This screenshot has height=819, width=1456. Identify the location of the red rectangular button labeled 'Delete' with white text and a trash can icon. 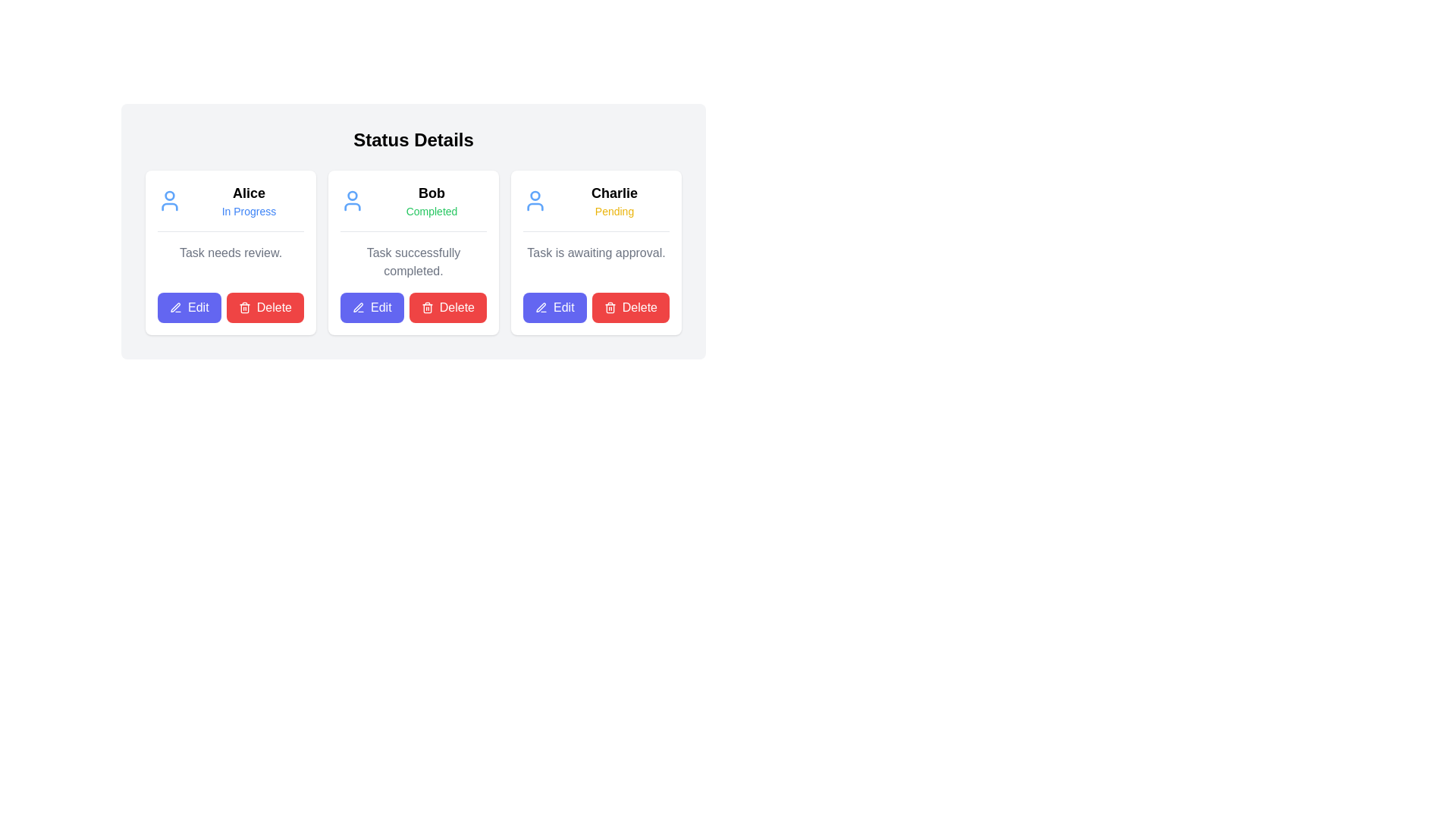
(230, 307).